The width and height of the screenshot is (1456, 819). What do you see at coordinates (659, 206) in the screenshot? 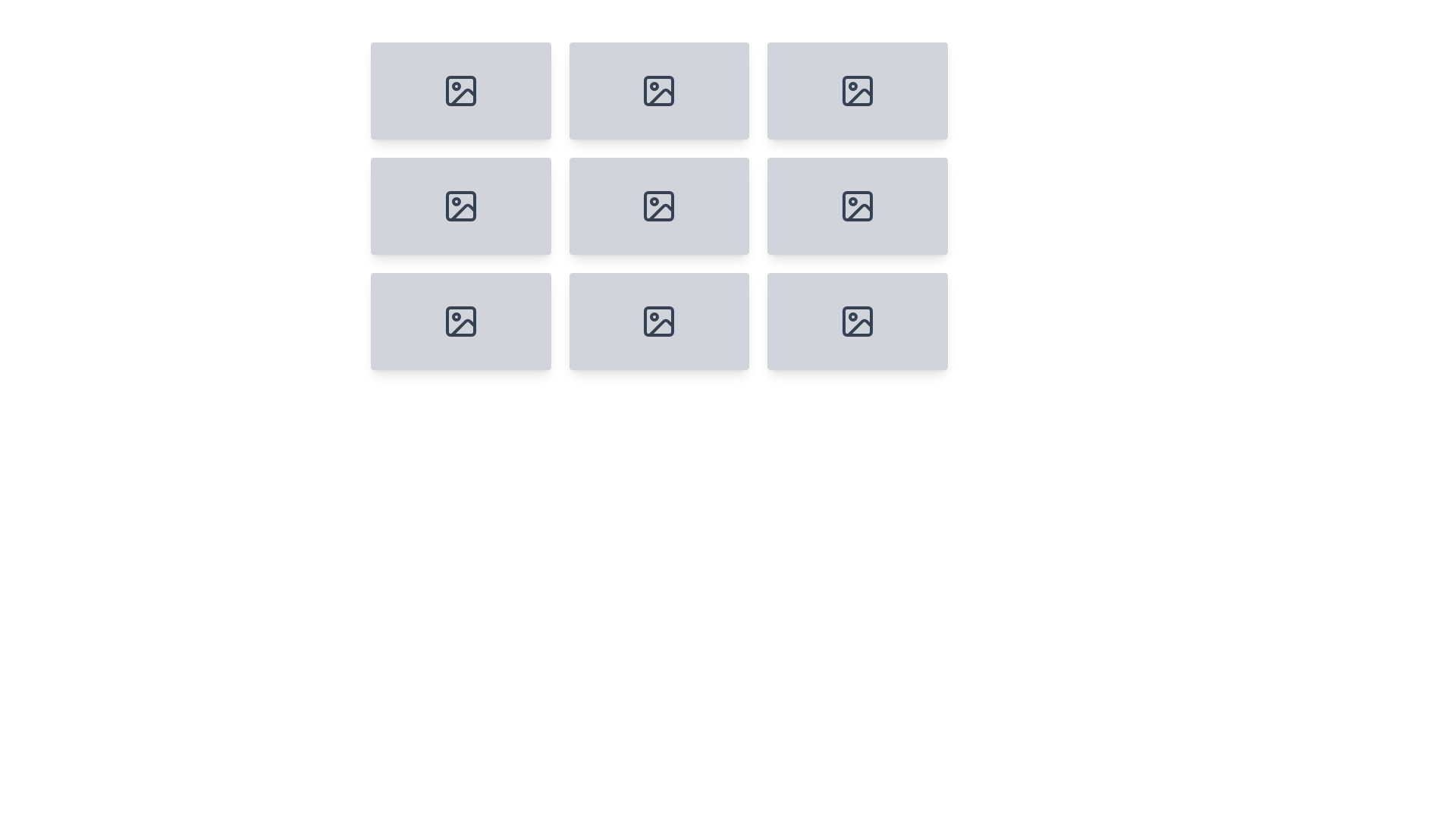
I see `text on the card with a light gray background, dark gray icon, and descriptive text below it, located in the middle column of the second row of a three-column grid` at bounding box center [659, 206].